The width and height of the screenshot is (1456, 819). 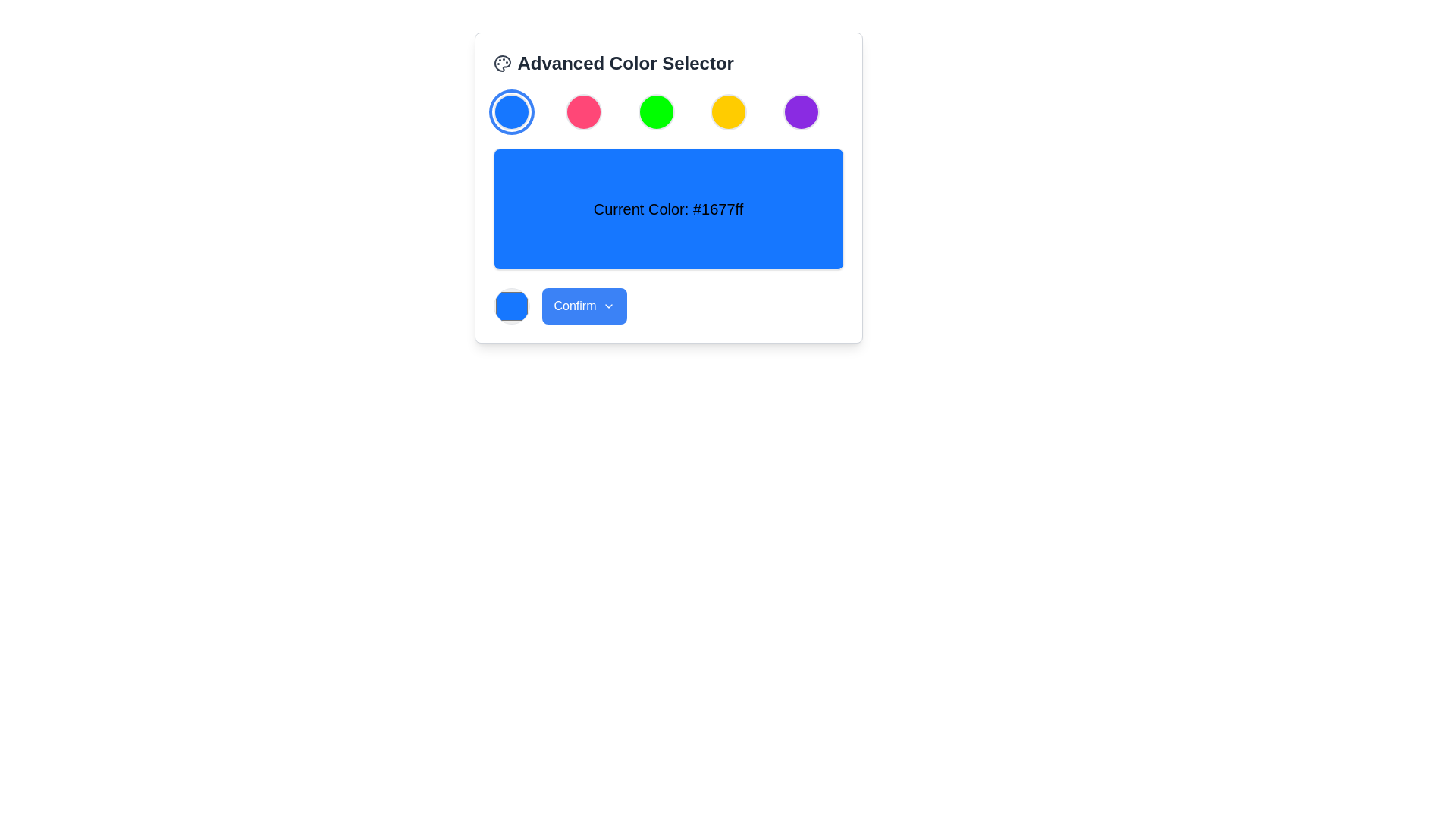 What do you see at coordinates (626, 63) in the screenshot?
I see `the header label for the color selection widget, which is positioned at the top of the widget and aligned next to a small icon` at bounding box center [626, 63].